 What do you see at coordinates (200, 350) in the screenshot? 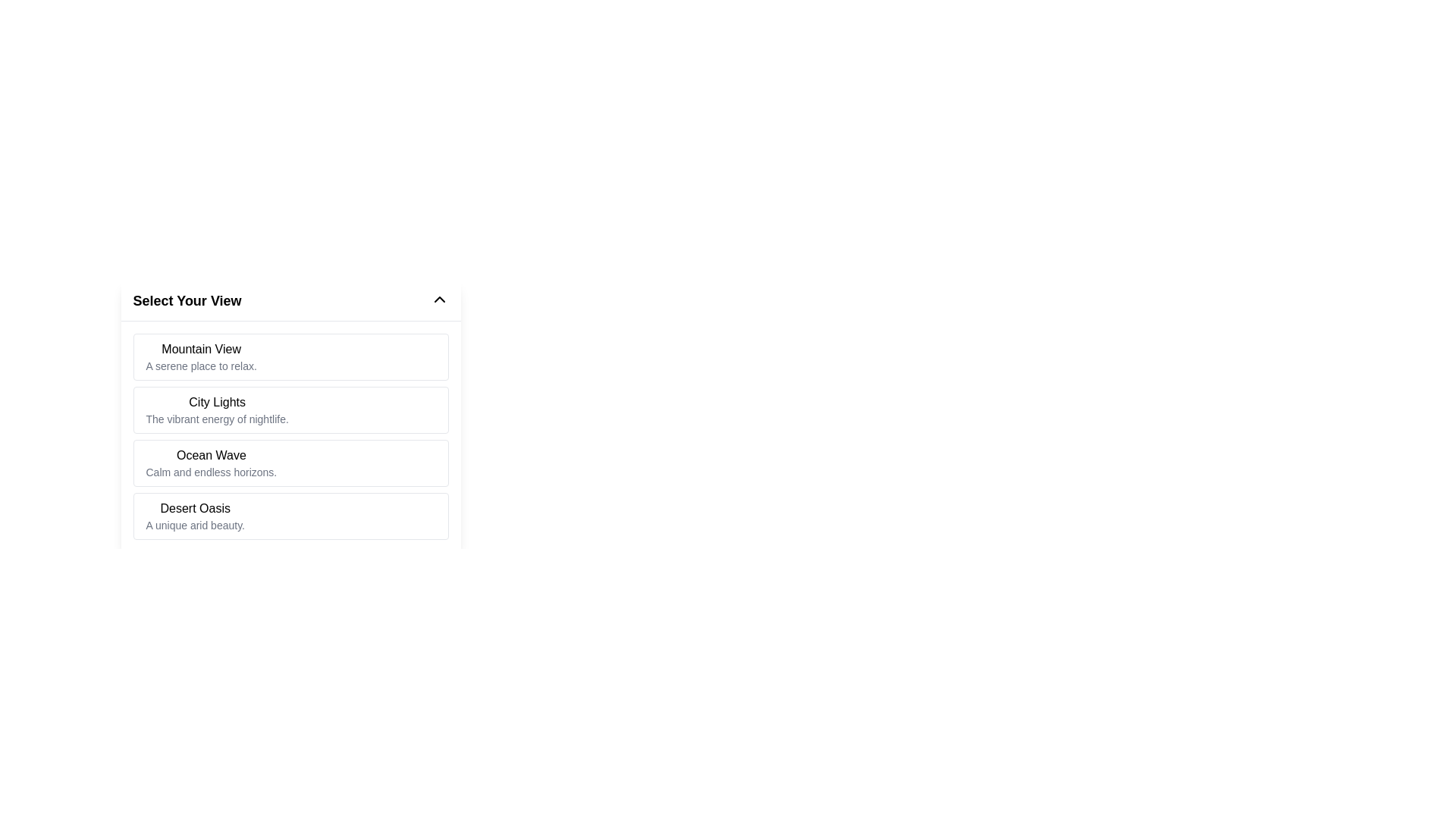
I see `the 'Mountain View' text label, which is the first selectable option under 'Select Your View'` at bounding box center [200, 350].